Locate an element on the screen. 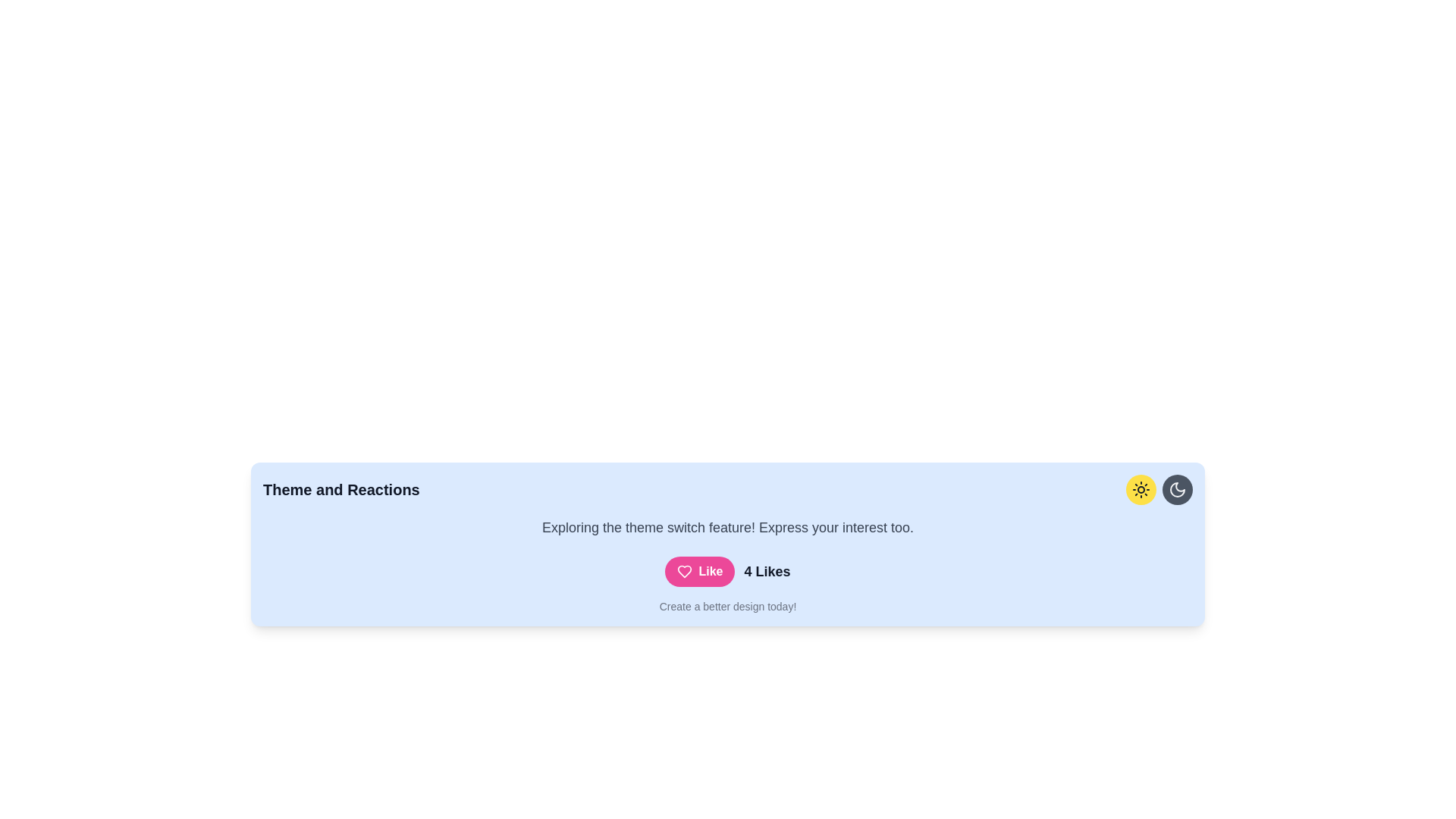  the text label displaying '4 Likes' in bold and large dark gray font, located to the right of the pink 'Like' button with a heart icon is located at coordinates (767, 571).